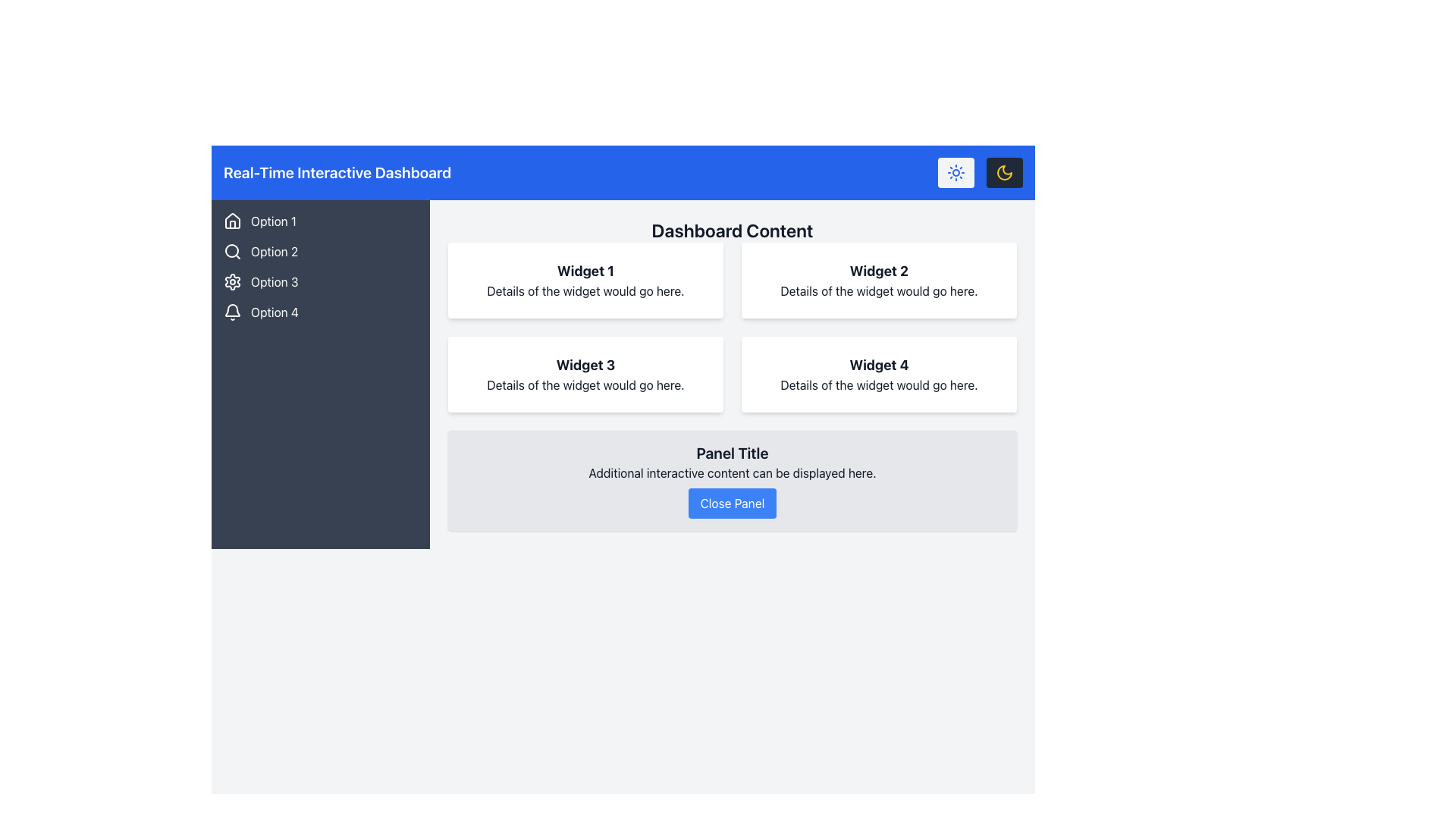 The image size is (1456, 819). I want to click on the magnifying glass icon located next to the 'Option 2' label in the left sidebar, so click(232, 250).